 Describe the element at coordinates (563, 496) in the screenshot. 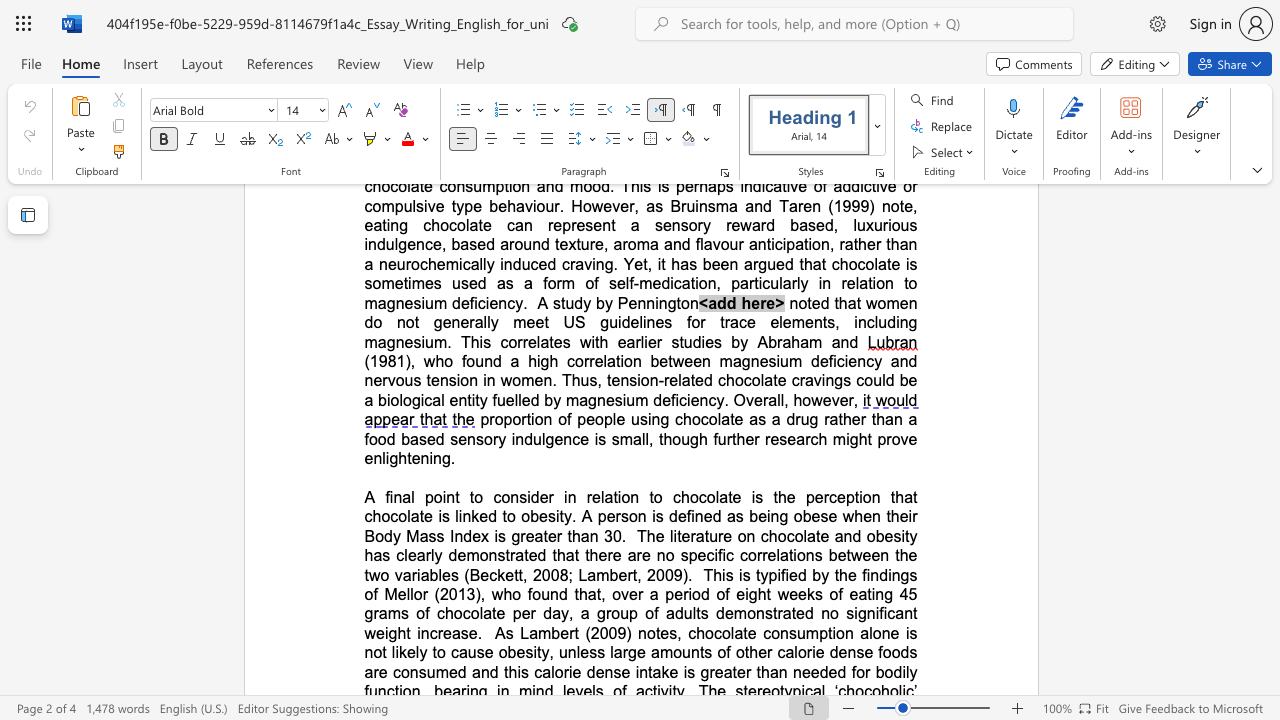

I see `the subset text "in relation to chocolate is" within the text "to consider in relation to chocolate is the"` at that location.